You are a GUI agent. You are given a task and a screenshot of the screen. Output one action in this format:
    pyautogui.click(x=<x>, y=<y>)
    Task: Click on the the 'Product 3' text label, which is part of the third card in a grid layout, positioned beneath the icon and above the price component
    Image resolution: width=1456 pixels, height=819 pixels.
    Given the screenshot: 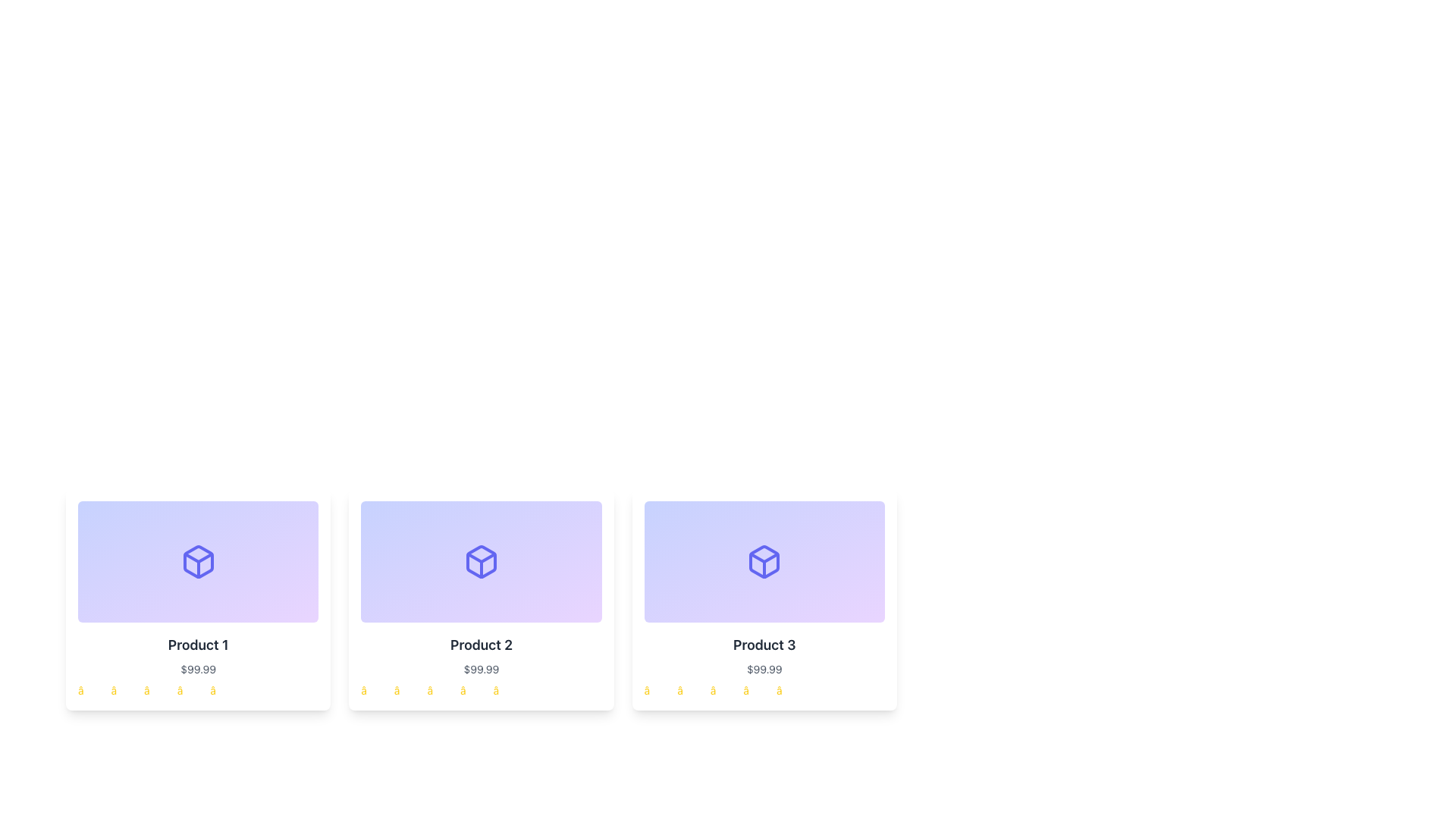 What is the action you would take?
    pyautogui.click(x=764, y=645)
    